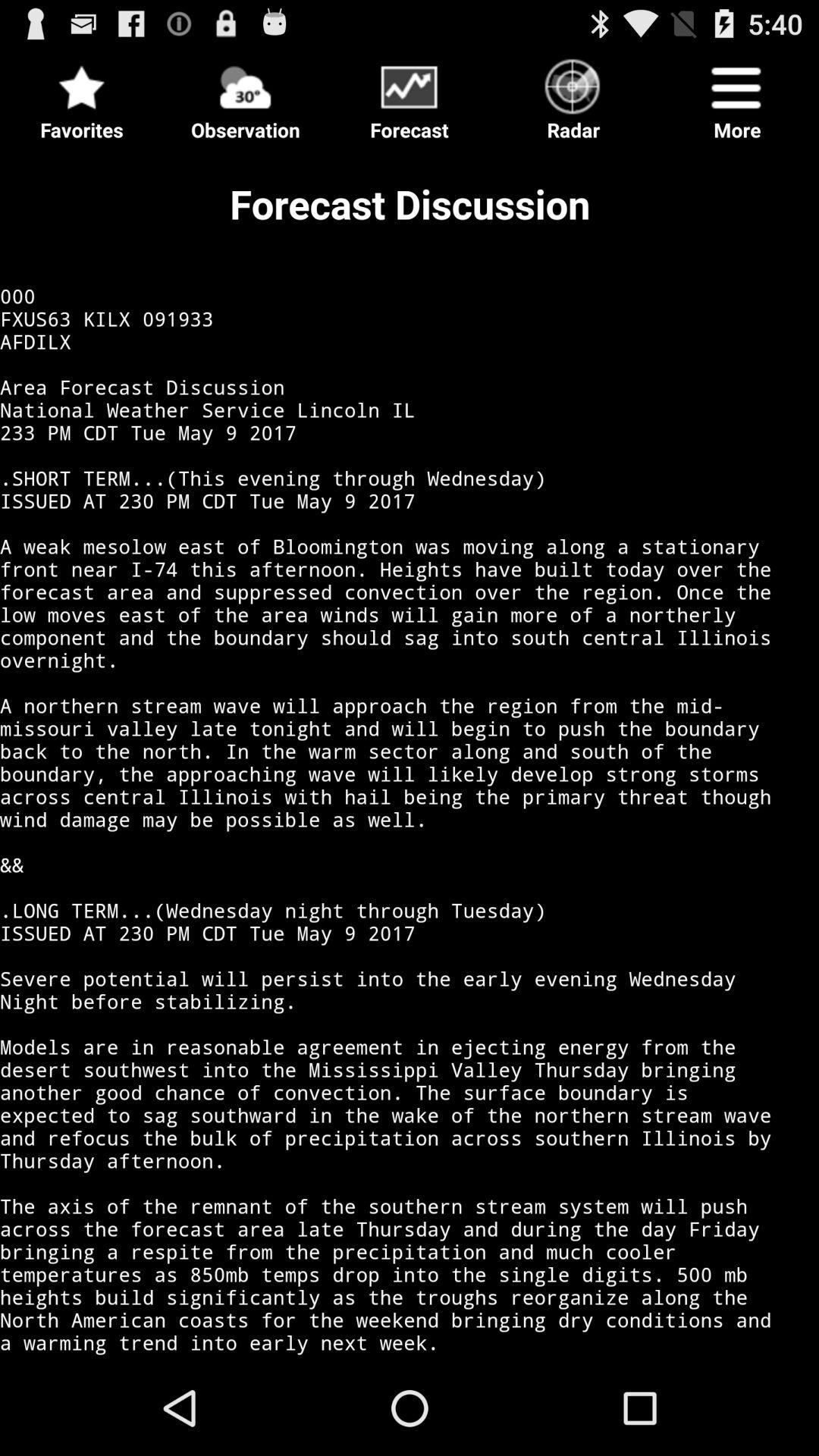 This screenshot has width=819, height=1456. What do you see at coordinates (245, 94) in the screenshot?
I see `the button next to the favorites button` at bounding box center [245, 94].